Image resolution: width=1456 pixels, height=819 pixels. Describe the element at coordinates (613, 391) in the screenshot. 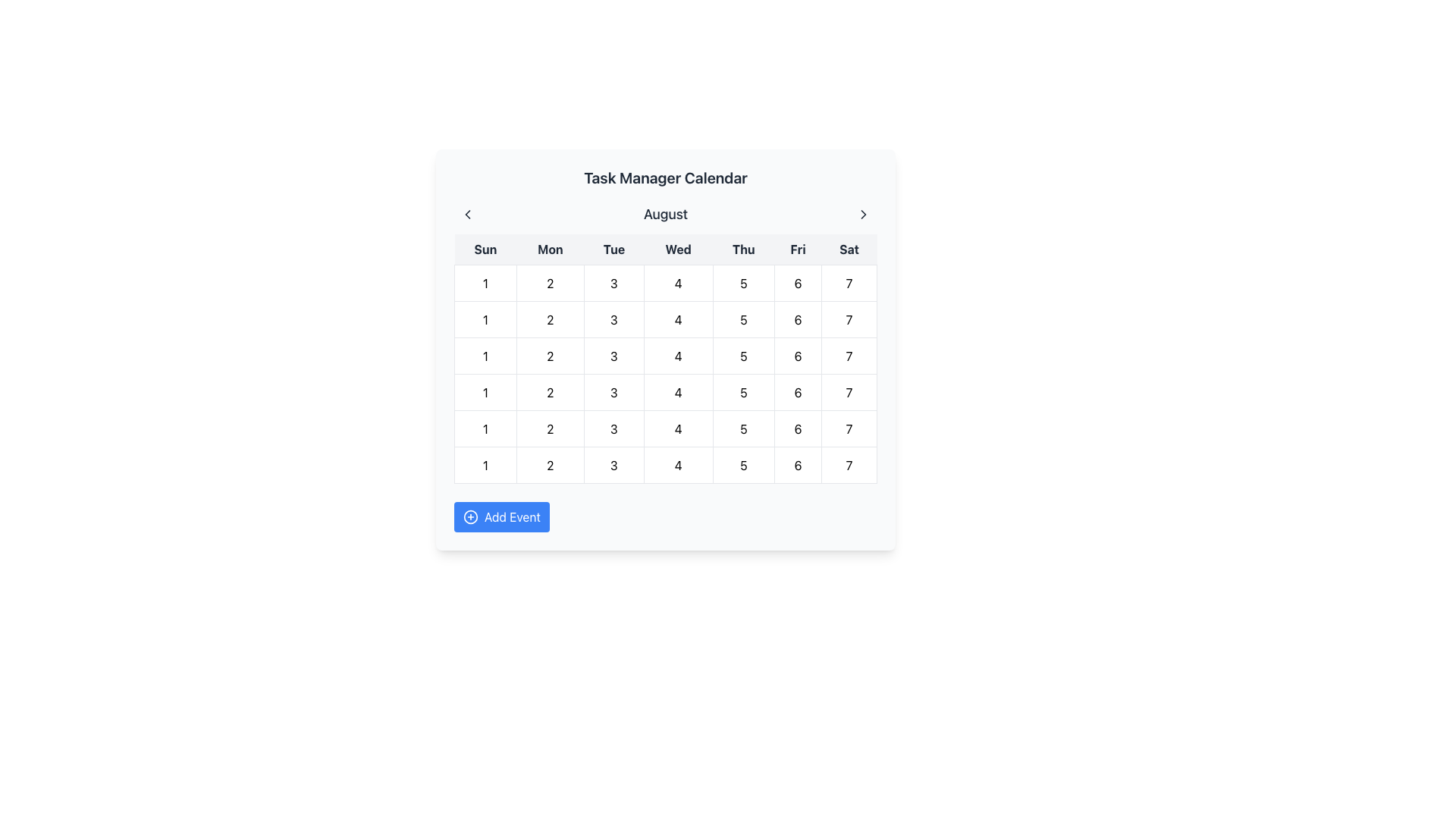

I see `the calendar date cell displaying the number '3' located under the Tuesday column in the second week row` at that location.